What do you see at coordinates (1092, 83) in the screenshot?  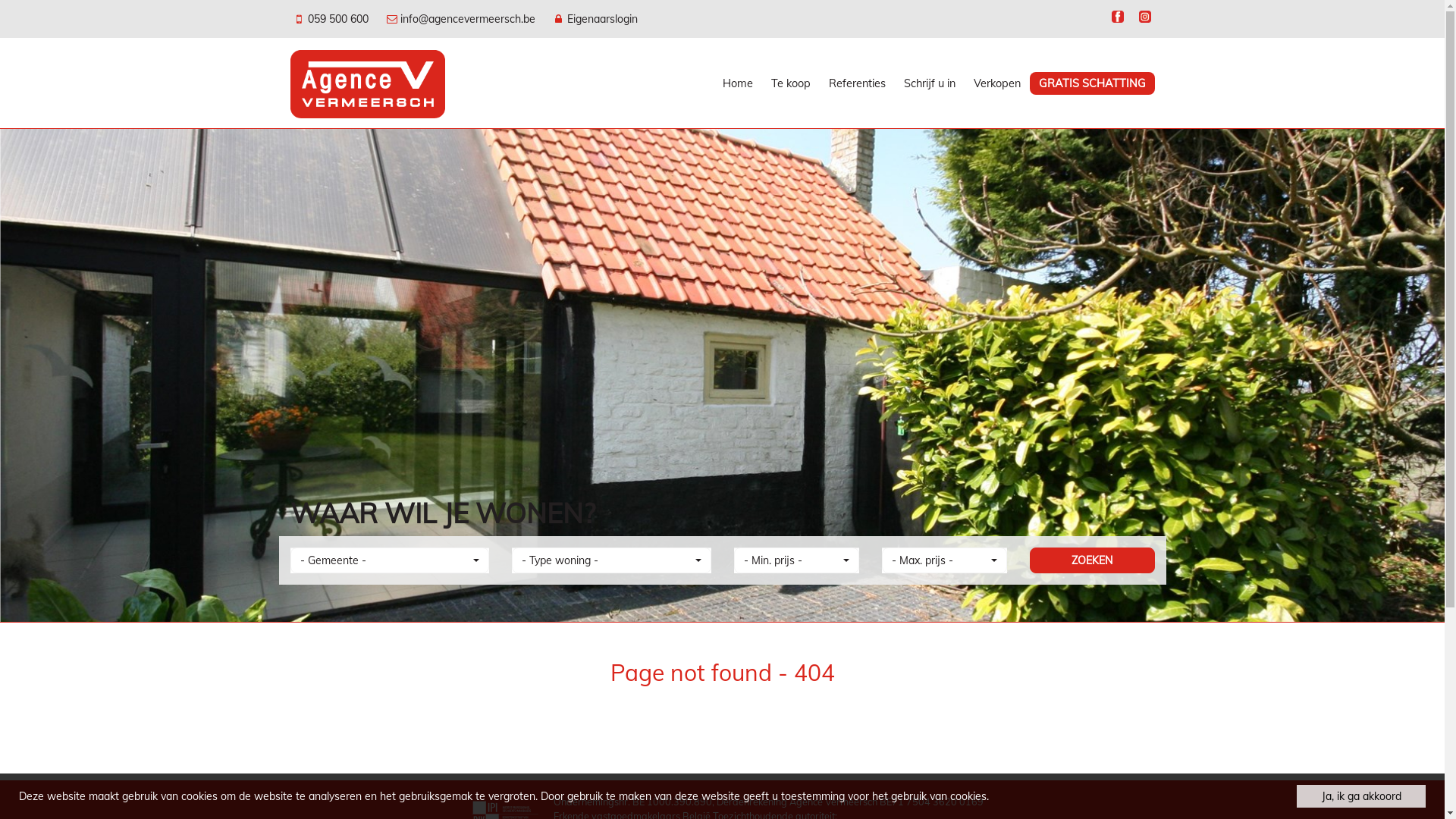 I see `'GRATIS SCHATTING'` at bounding box center [1092, 83].